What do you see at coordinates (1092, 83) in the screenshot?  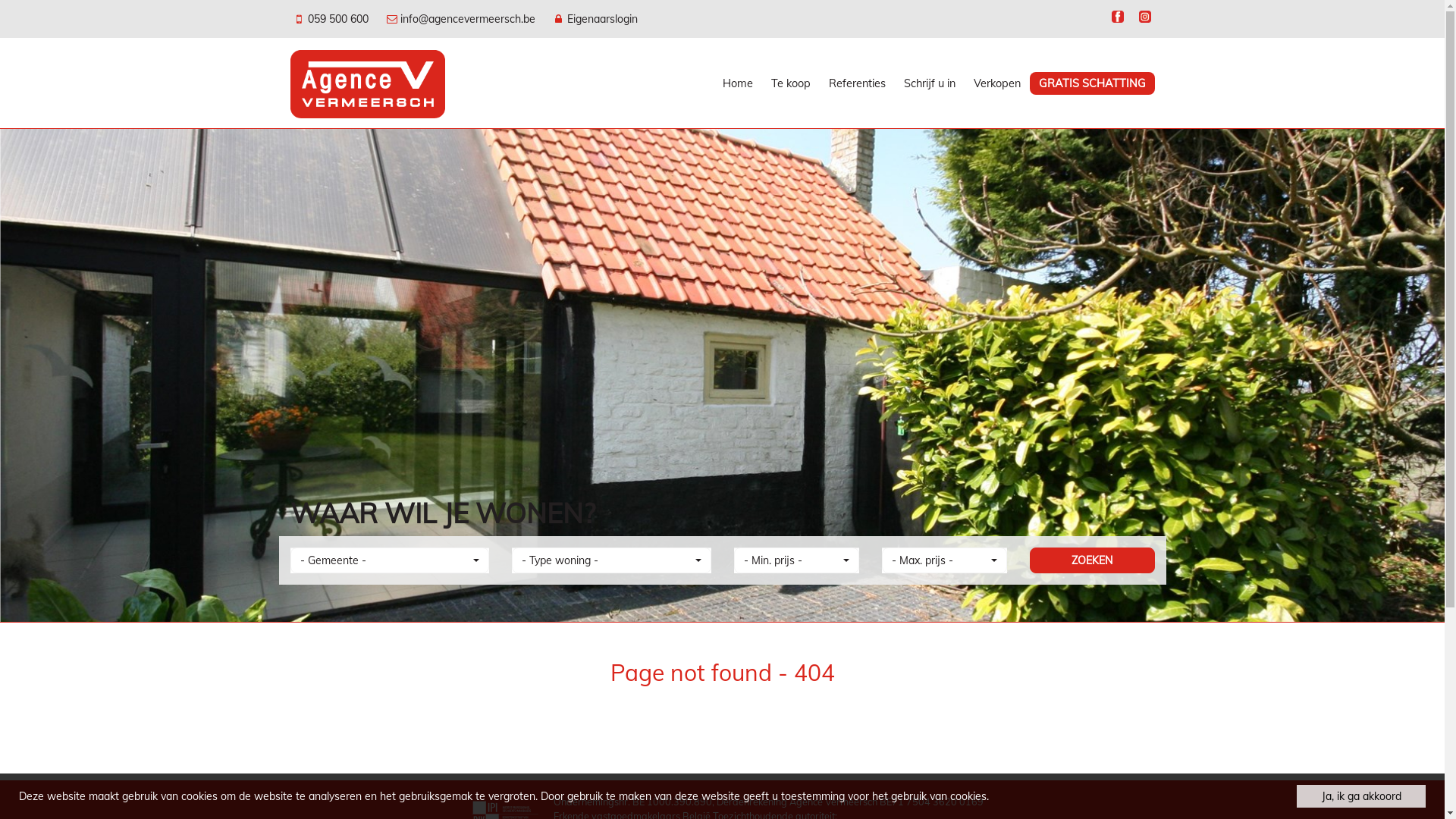 I see `'GRATIS SCHATTING'` at bounding box center [1092, 83].